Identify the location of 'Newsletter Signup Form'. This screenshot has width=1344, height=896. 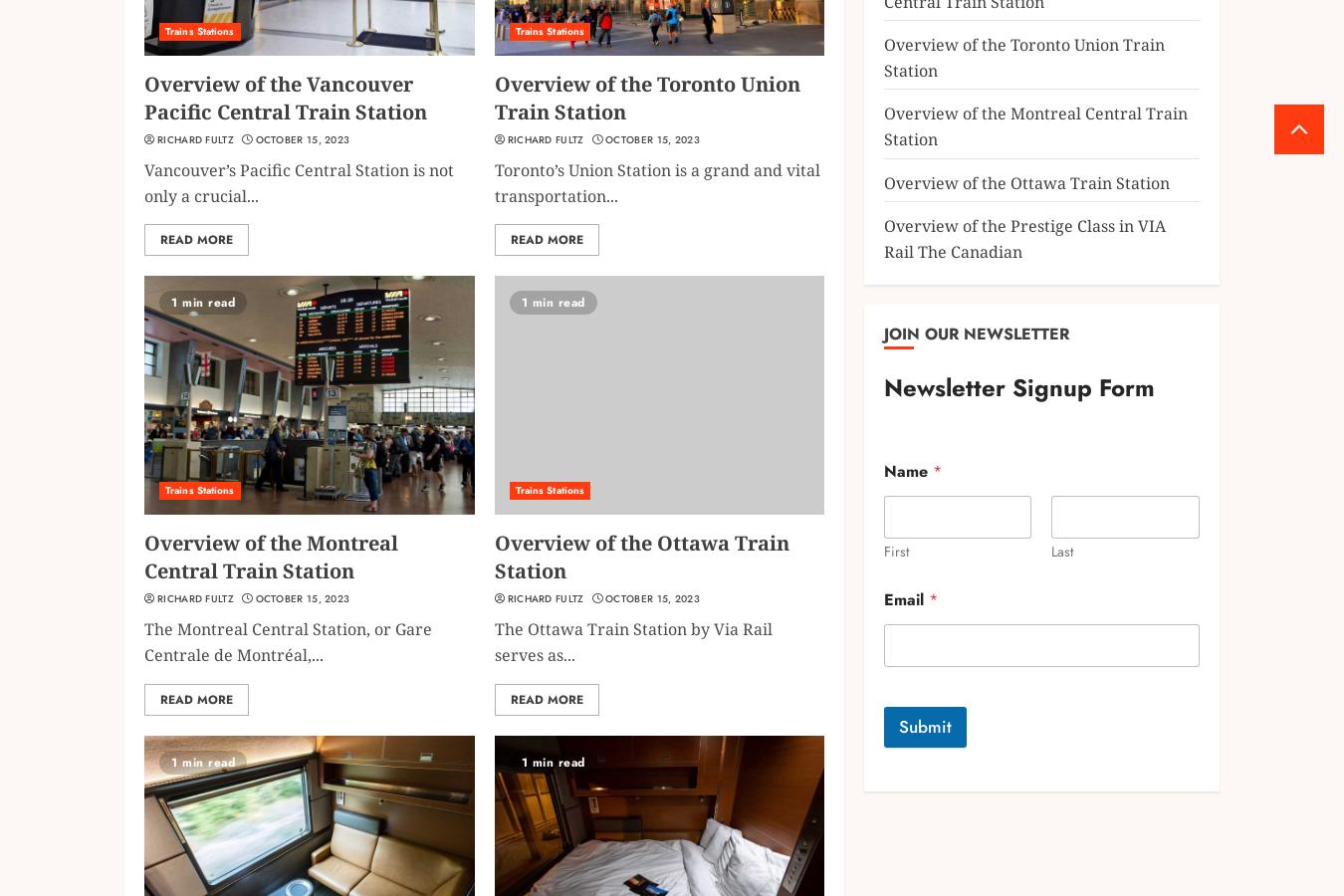
(1018, 387).